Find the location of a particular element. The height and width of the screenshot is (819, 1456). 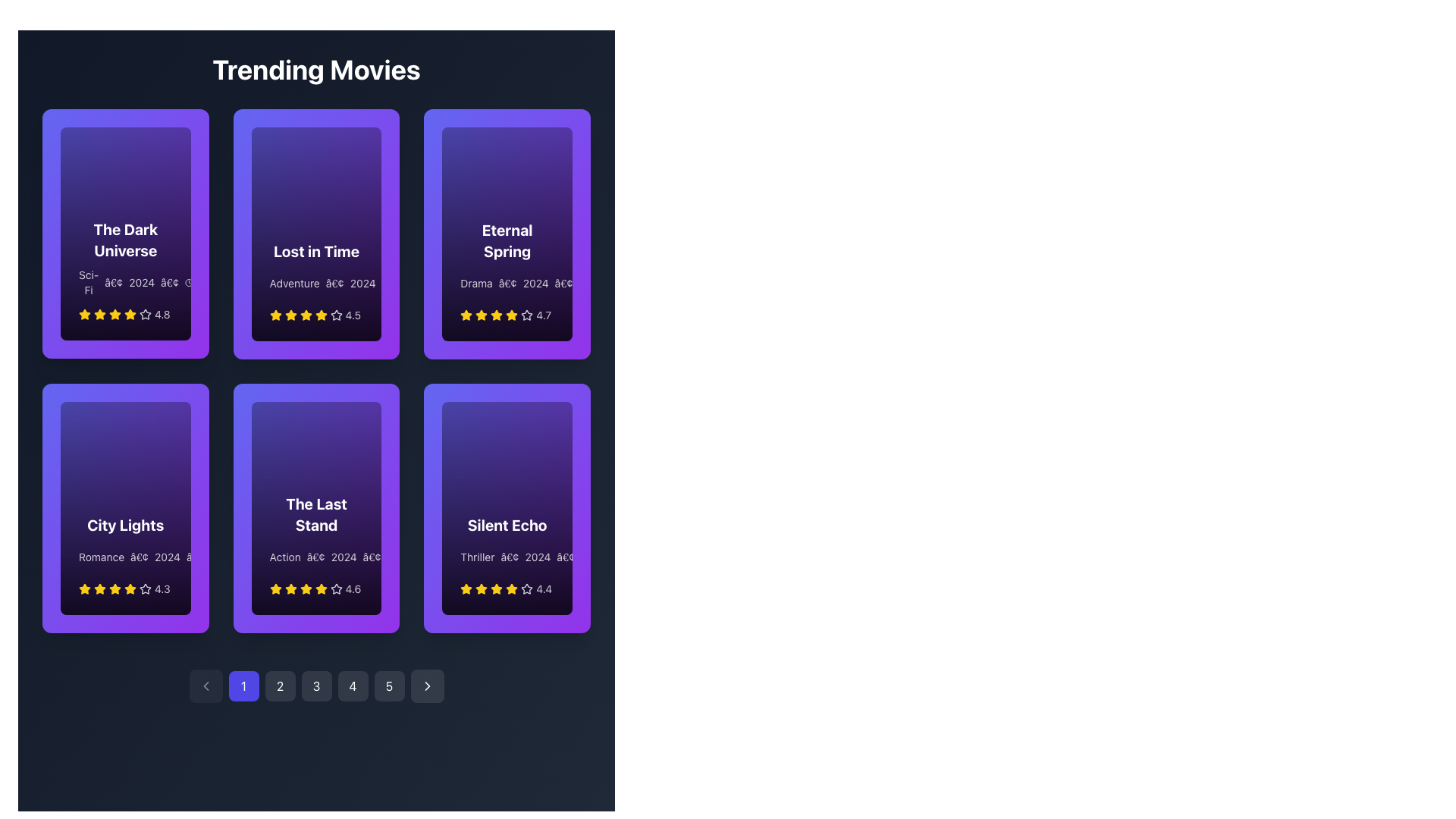

the triangular icon filled with white located in the top-right corner of the 'Silent Echo' card is located at coordinates (564, 415).